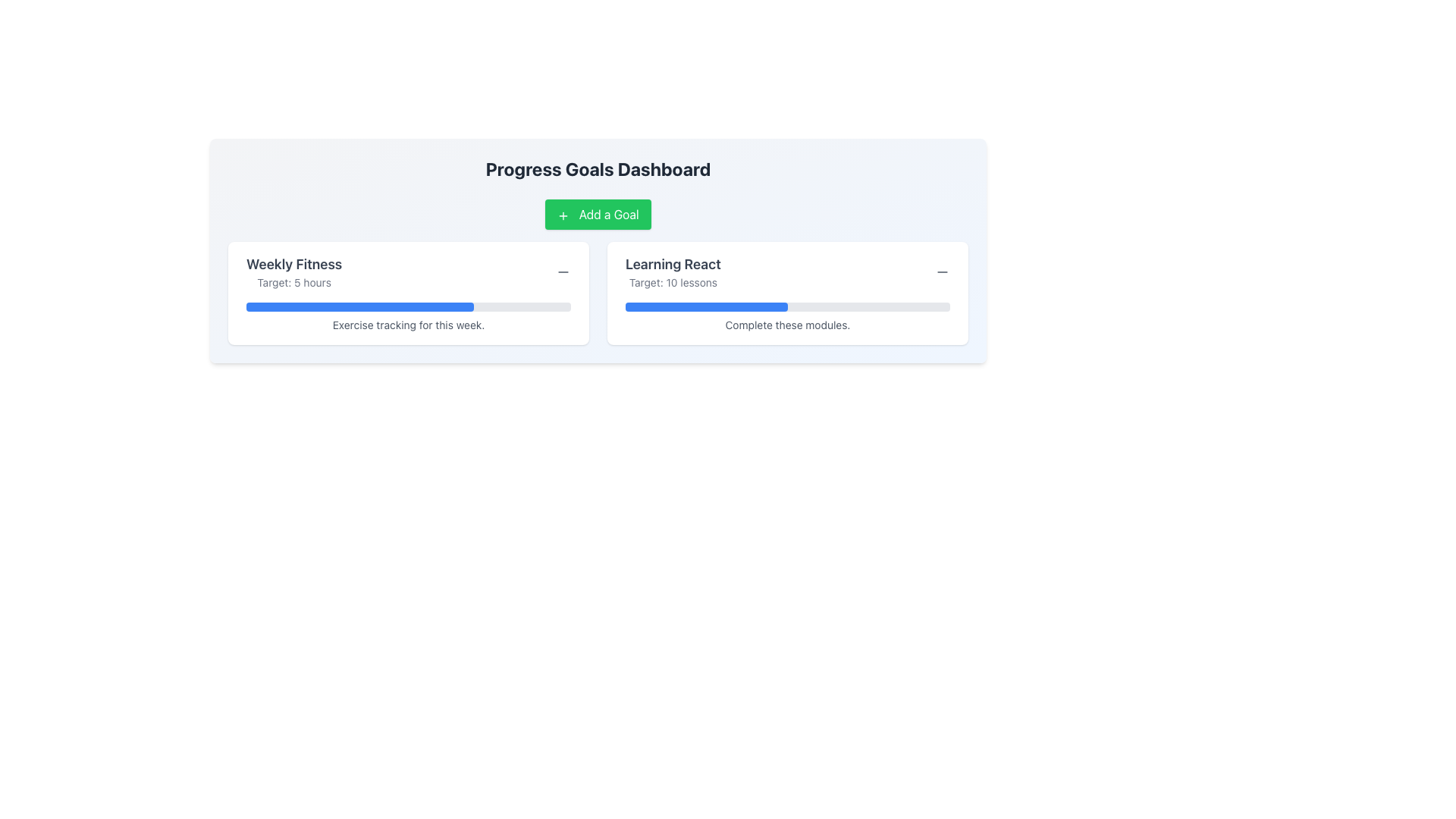 Image resolution: width=1456 pixels, height=819 pixels. What do you see at coordinates (294, 283) in the screenshot?
I see `the Static Text Label that specifies the target duration of time for the 'Weekly Fitness' goal, located within the 'Weekly Fitness' card` at bounding box center [294, 283].